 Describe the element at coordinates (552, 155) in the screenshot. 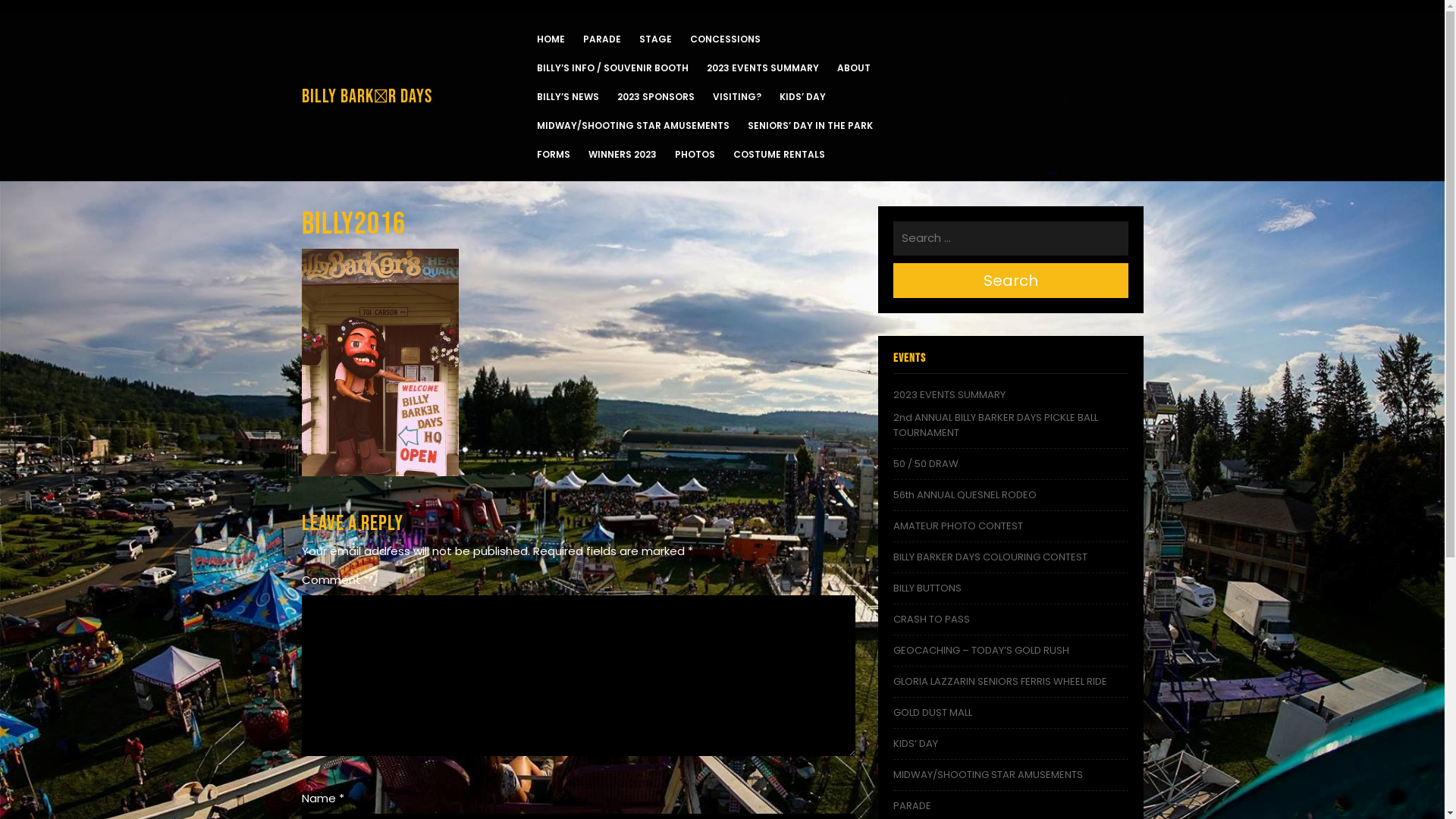

I see `'FORMS'` at that location.